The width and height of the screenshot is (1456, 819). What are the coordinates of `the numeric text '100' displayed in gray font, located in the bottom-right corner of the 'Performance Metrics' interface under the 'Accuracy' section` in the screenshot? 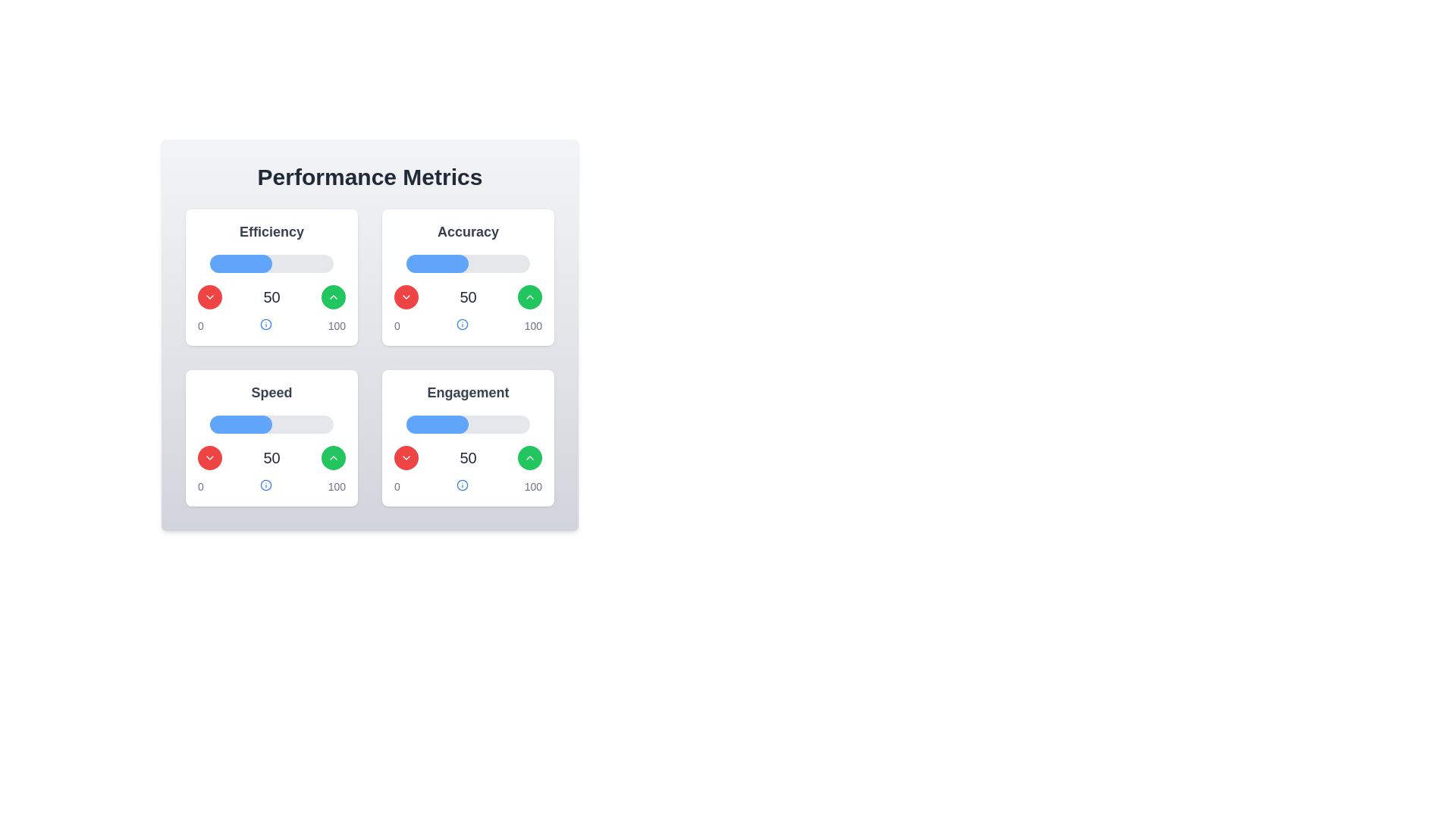 It's located at (533, 325).